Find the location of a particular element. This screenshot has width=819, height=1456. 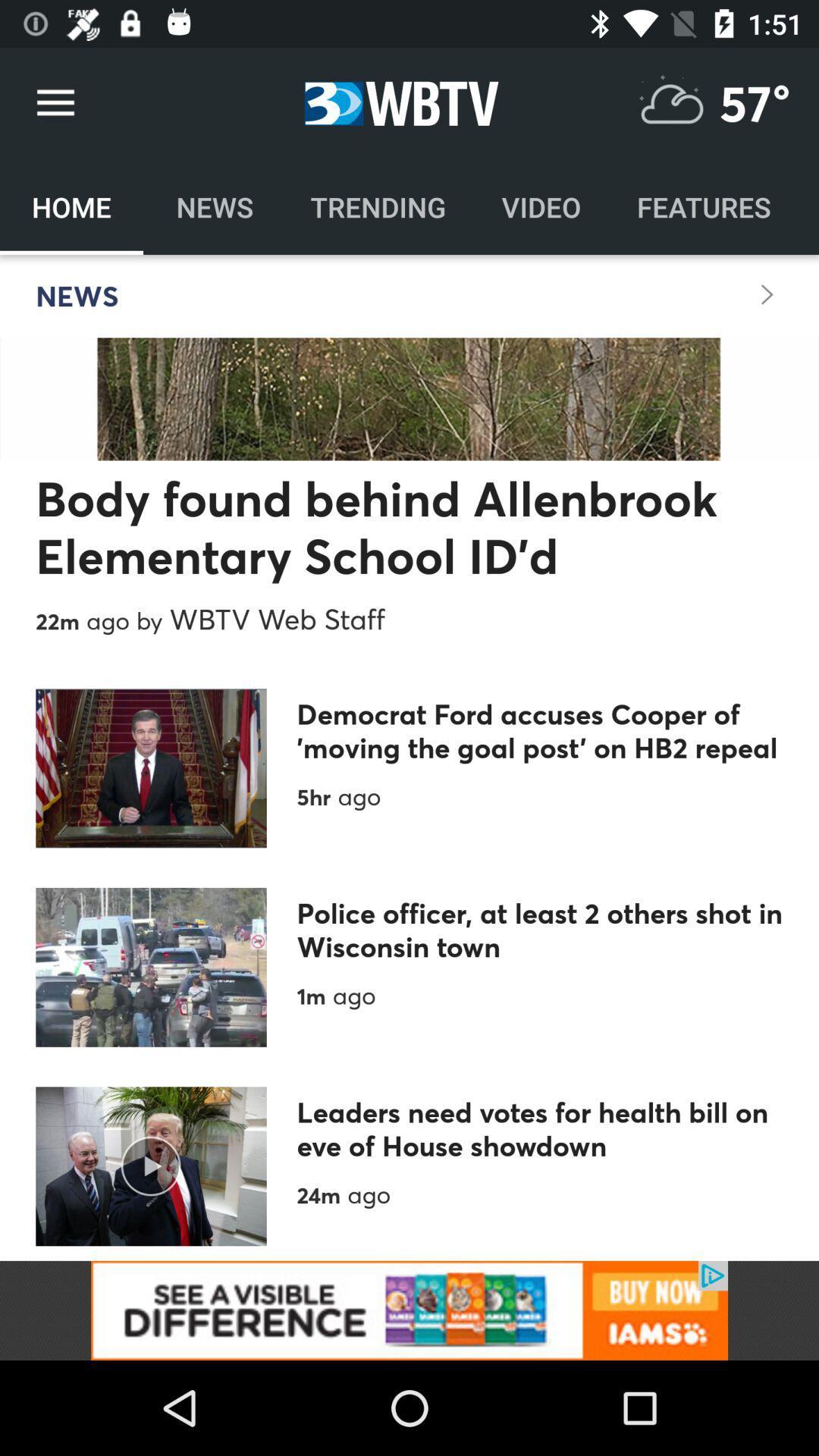

the option beside home is located at coordinates (215, 206).